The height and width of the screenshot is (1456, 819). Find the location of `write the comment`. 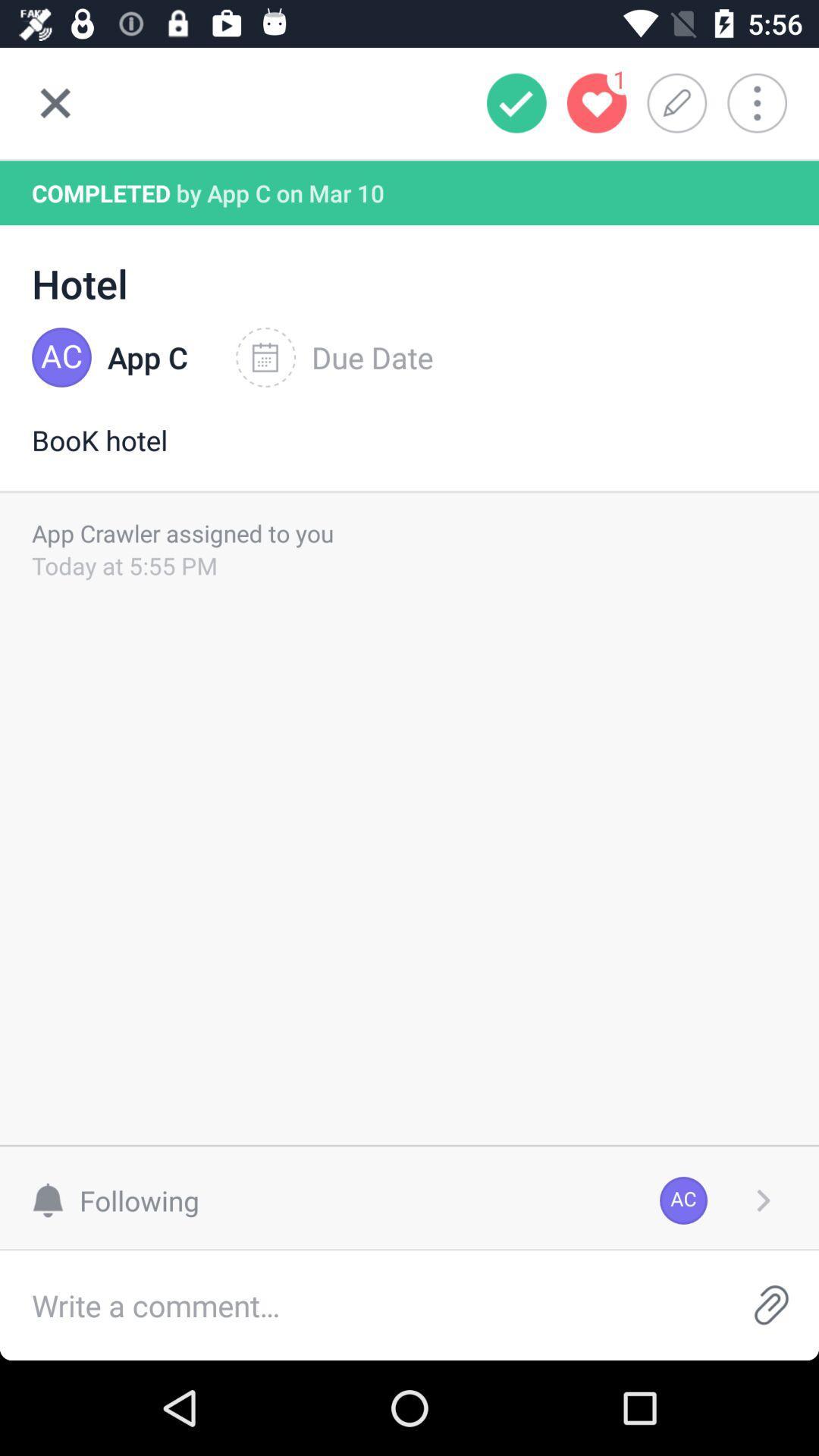

write the comment is located at coordinates (362, 1304).